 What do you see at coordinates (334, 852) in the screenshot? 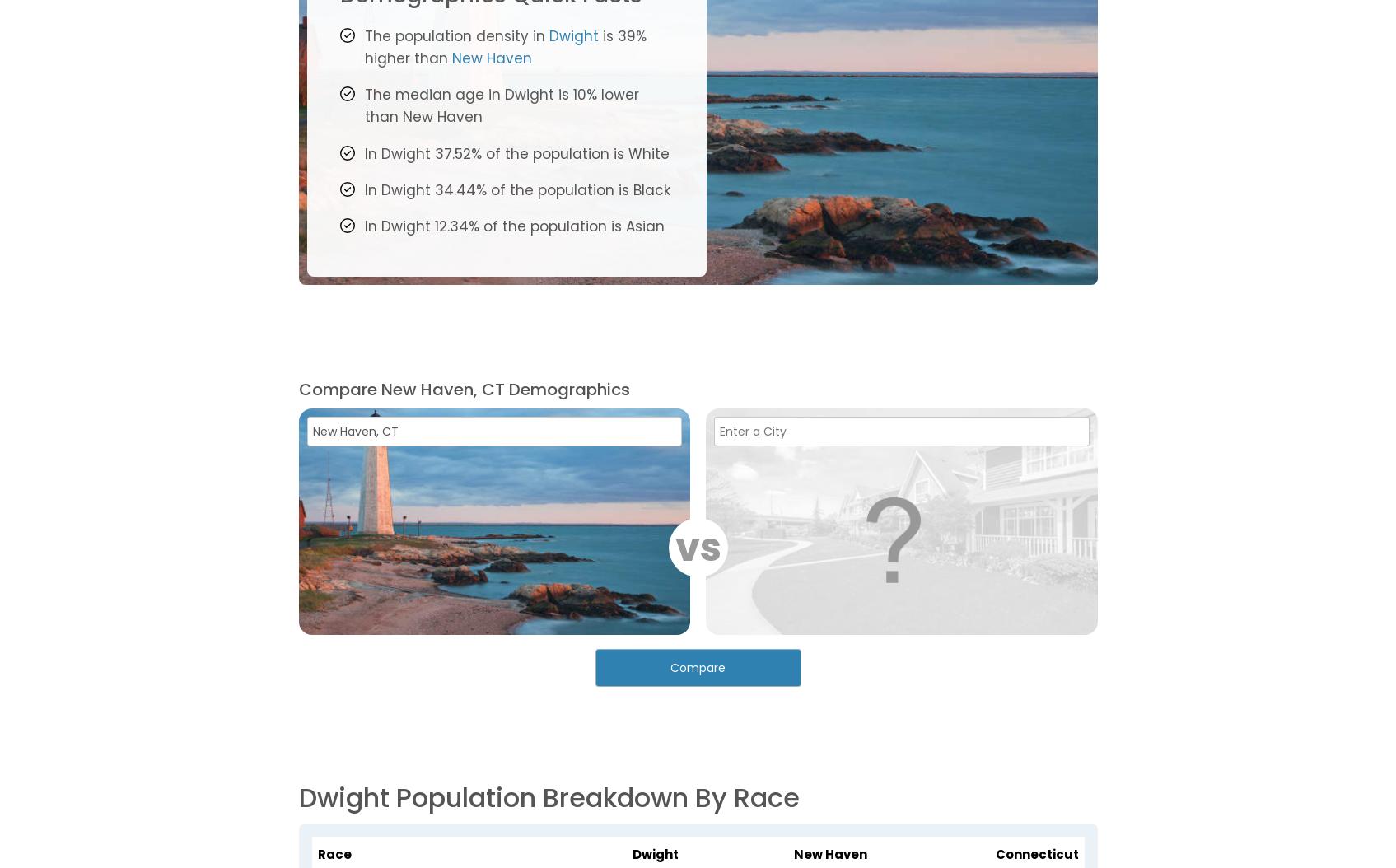
I see `'Race'` at bounding box center [334, 852].